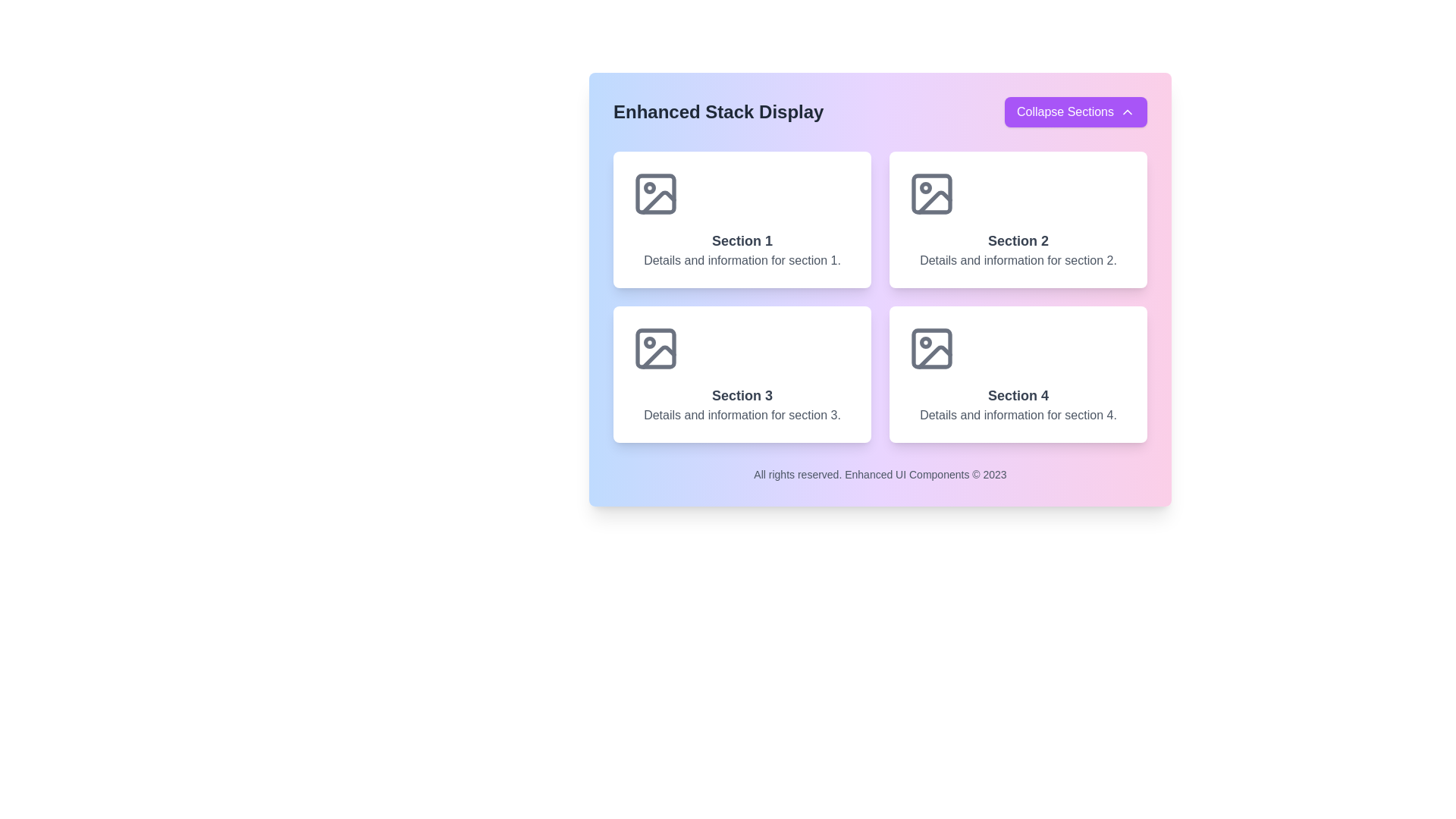 Image resolution: width=1456 pixels, height=819 pixels. What do you see at coordinates (1065, 111) in the screenshot?
I see `the 'Collapse Sections' text label within the button located in the top-right corner of the interface, which features white text on a purple background and a downward chevron icon` at bounding box center [1065, 111].